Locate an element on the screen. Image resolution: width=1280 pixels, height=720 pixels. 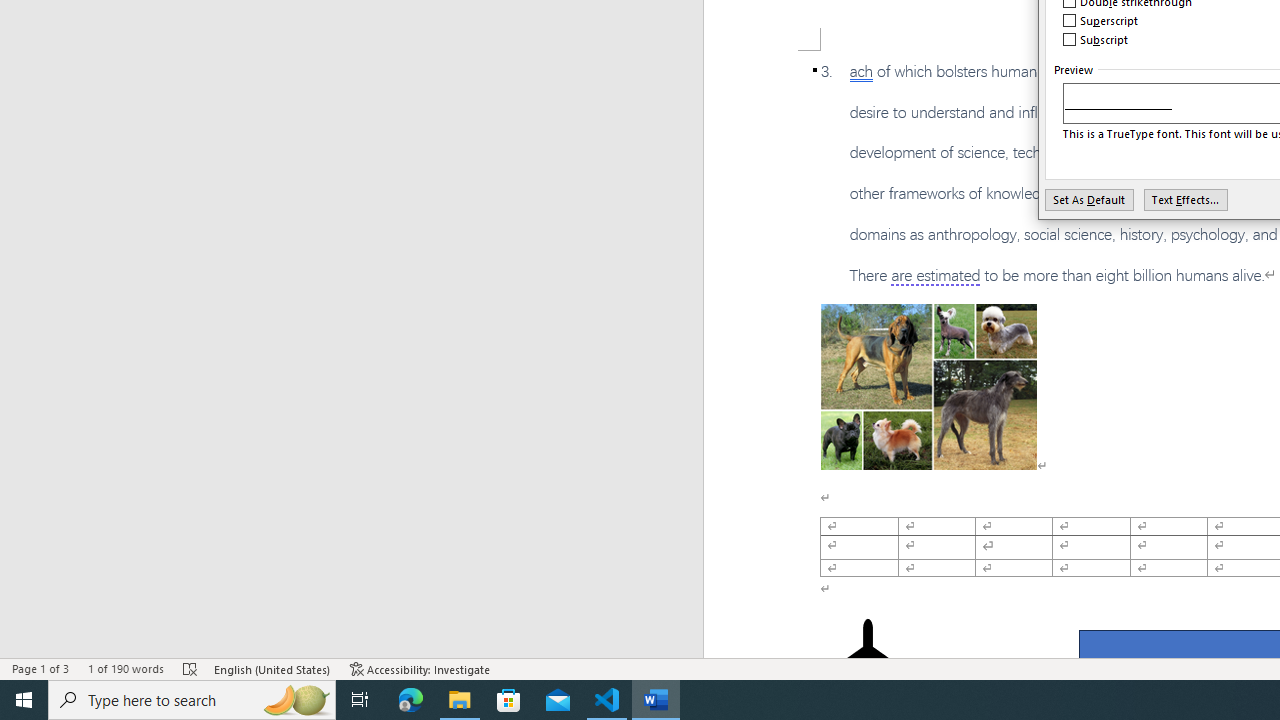
'Accessibility Checker Accessibility: Investigate' is located at coordinates (419, 669).